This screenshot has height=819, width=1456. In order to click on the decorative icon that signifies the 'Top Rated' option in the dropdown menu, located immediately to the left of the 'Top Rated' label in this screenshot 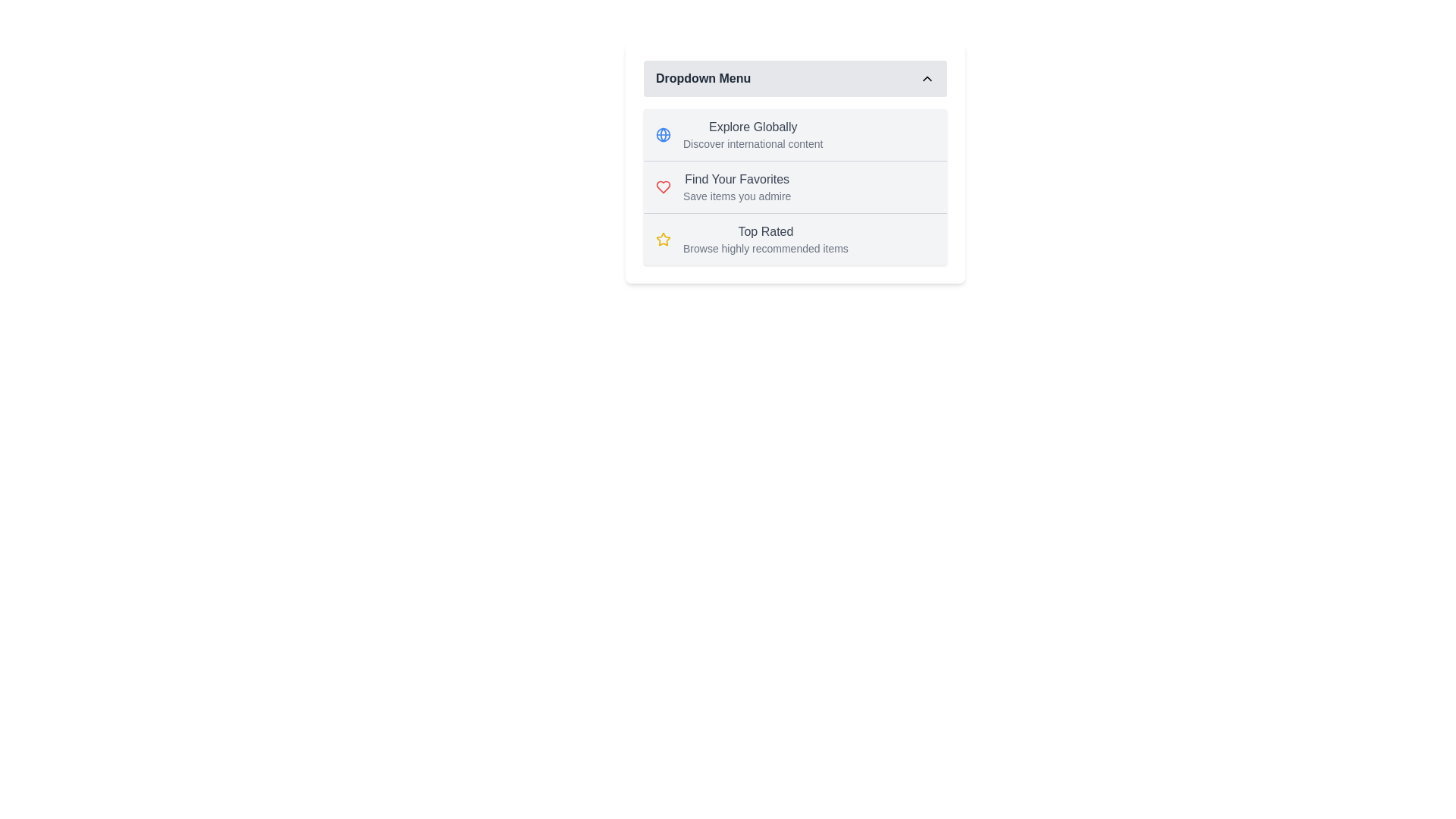, I will do `click(663, 239)`.